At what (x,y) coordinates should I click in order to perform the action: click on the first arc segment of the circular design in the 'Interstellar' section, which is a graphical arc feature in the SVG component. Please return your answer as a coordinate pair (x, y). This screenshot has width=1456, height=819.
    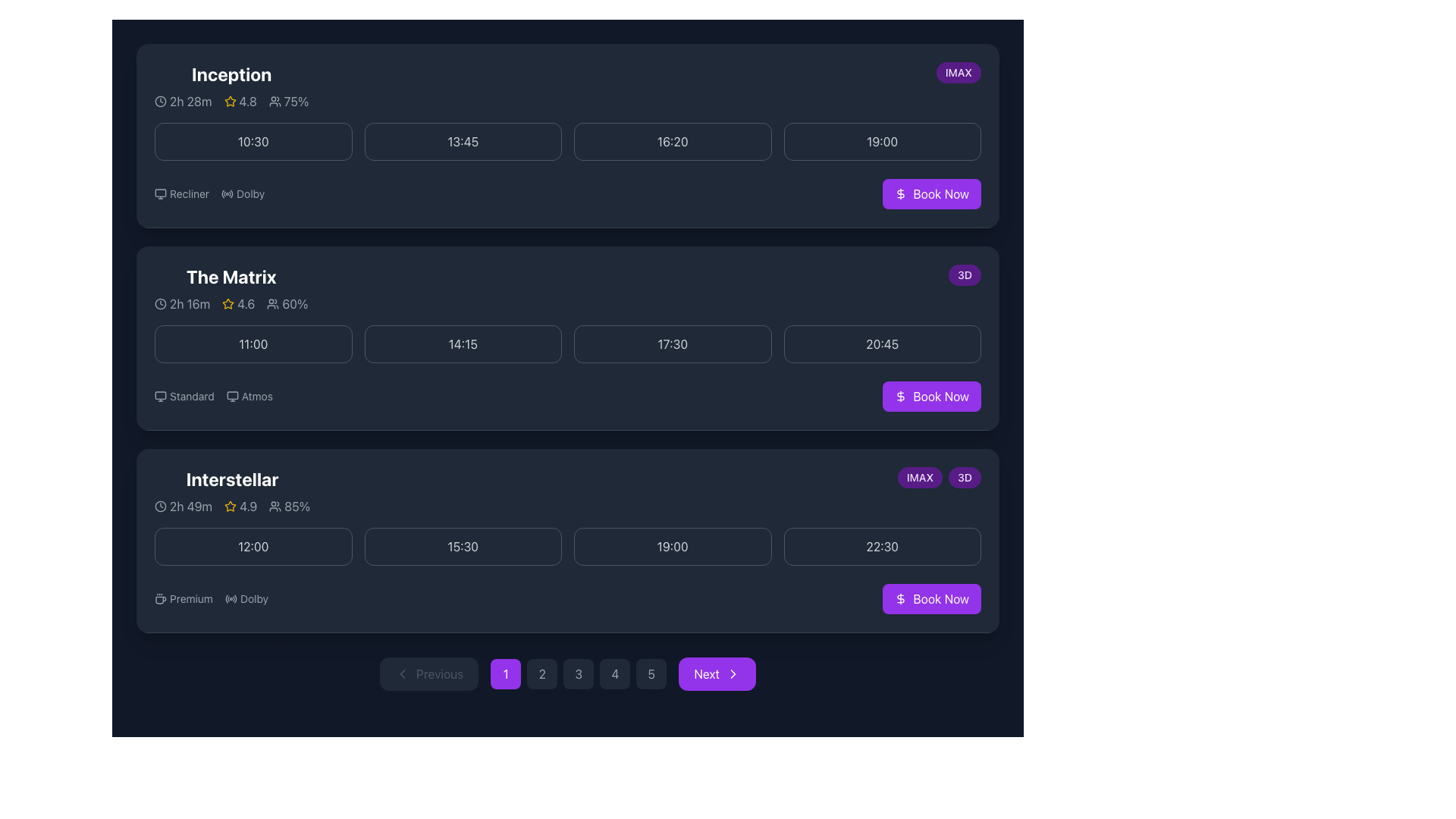
    Looking at the image, I should click on (226, 598).